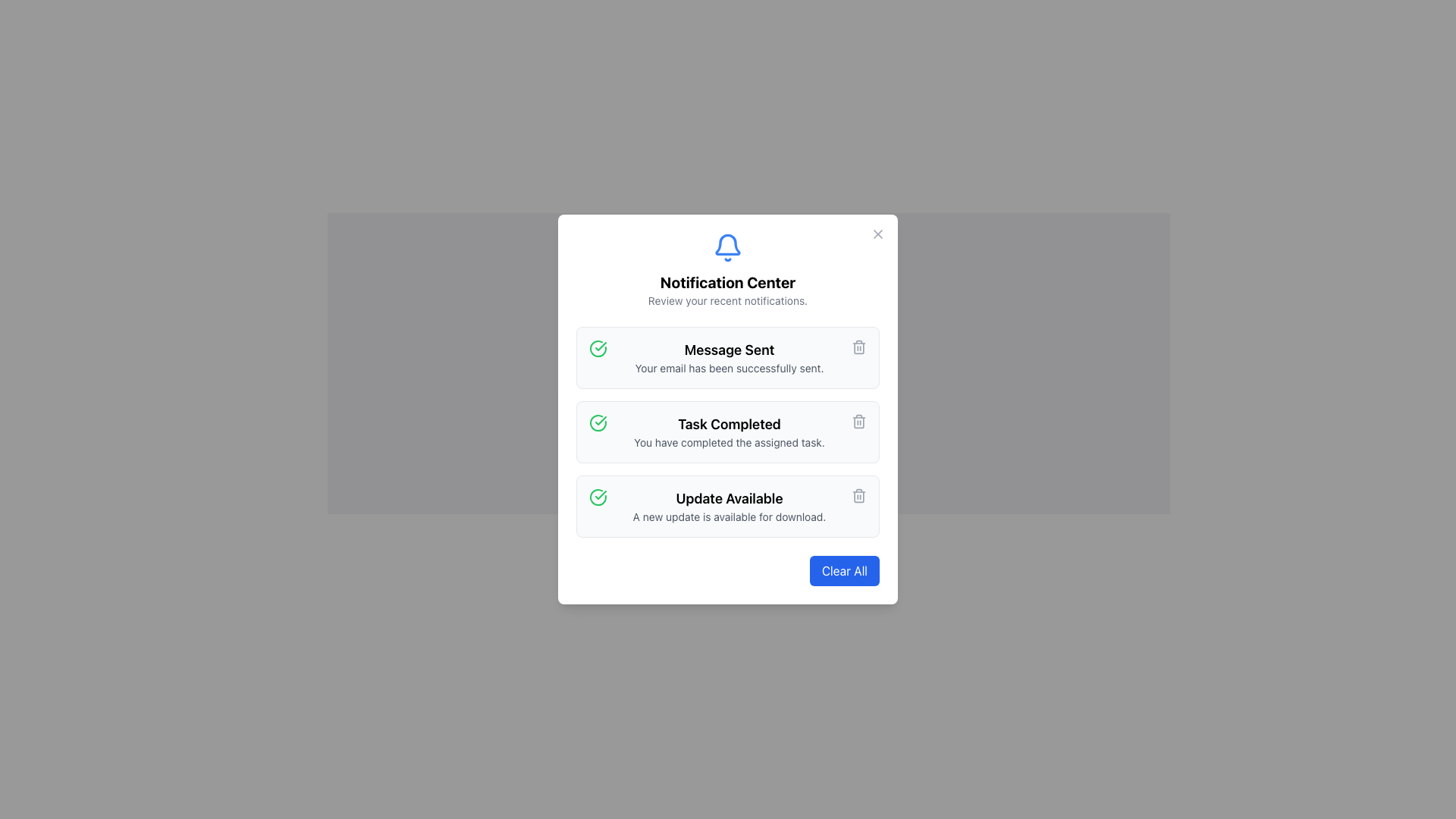 The height and width of the screenshot is (819, 1456). I want to click on the circular checkmark icon representing success next to the text 'Message Sent' in the first notification entry of the notification pop-up, so click(597, 497).